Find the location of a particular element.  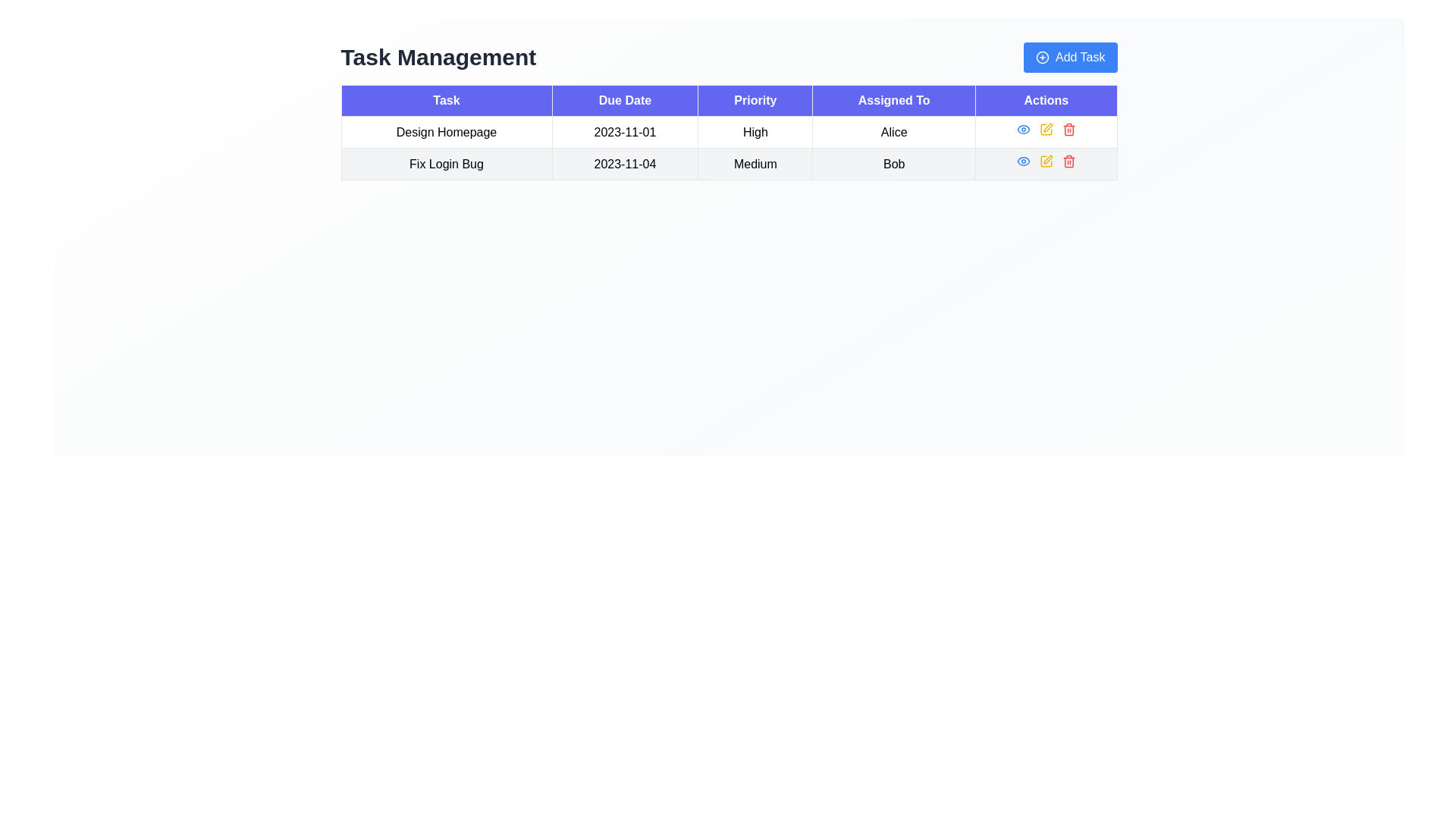

the red trash can icon button in the 'Actions' column of the table on the second row, corresponding to the task 'Fix Login Bug' is located at coordinates (1068, 128).